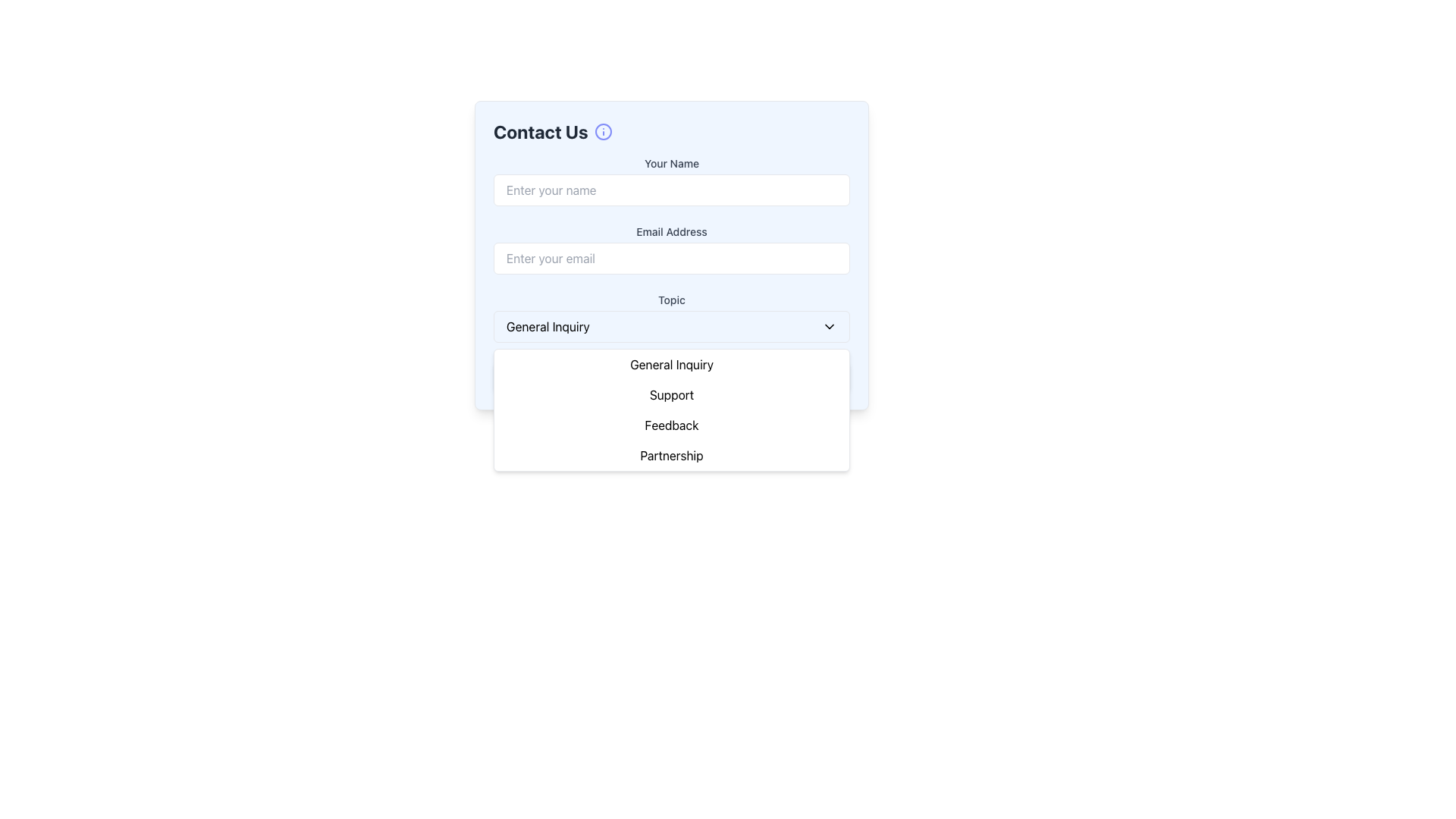 This screenshot has height=819, width=1456. What do you see at coordinates (671, 231) in the screenshot?
I see `the label that indicates the email address, which is displayed in a medium-sized serif font and grayish color, positioned above the email input field` at bounding box center [671, 231].